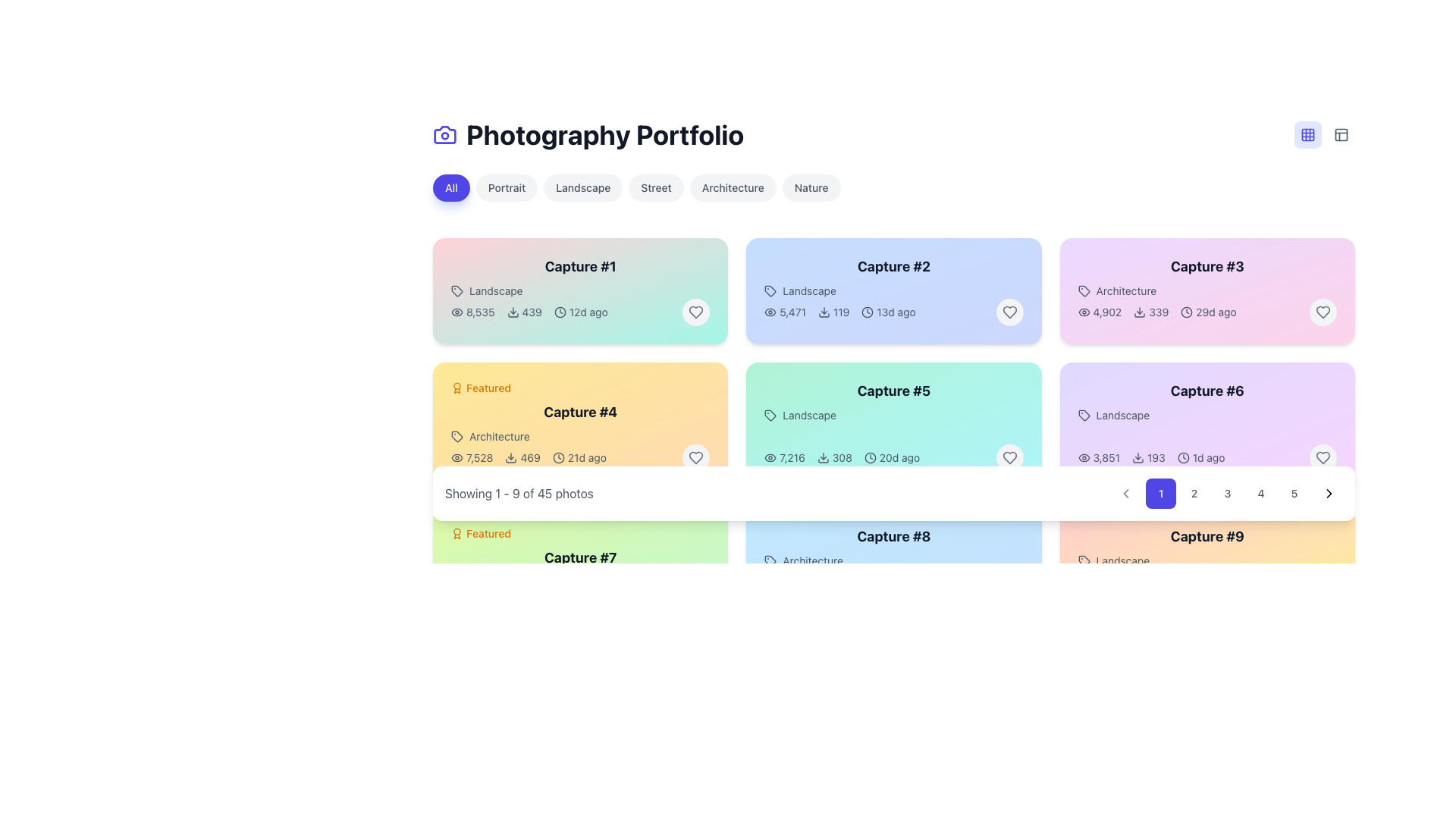  Describe the element at coordinates (1140, 312) in the screenshot. I see `the download icon located at the top-right corner of the 'Capture #3' card, positioned between the text '4,902' and the number '339'` at that location.